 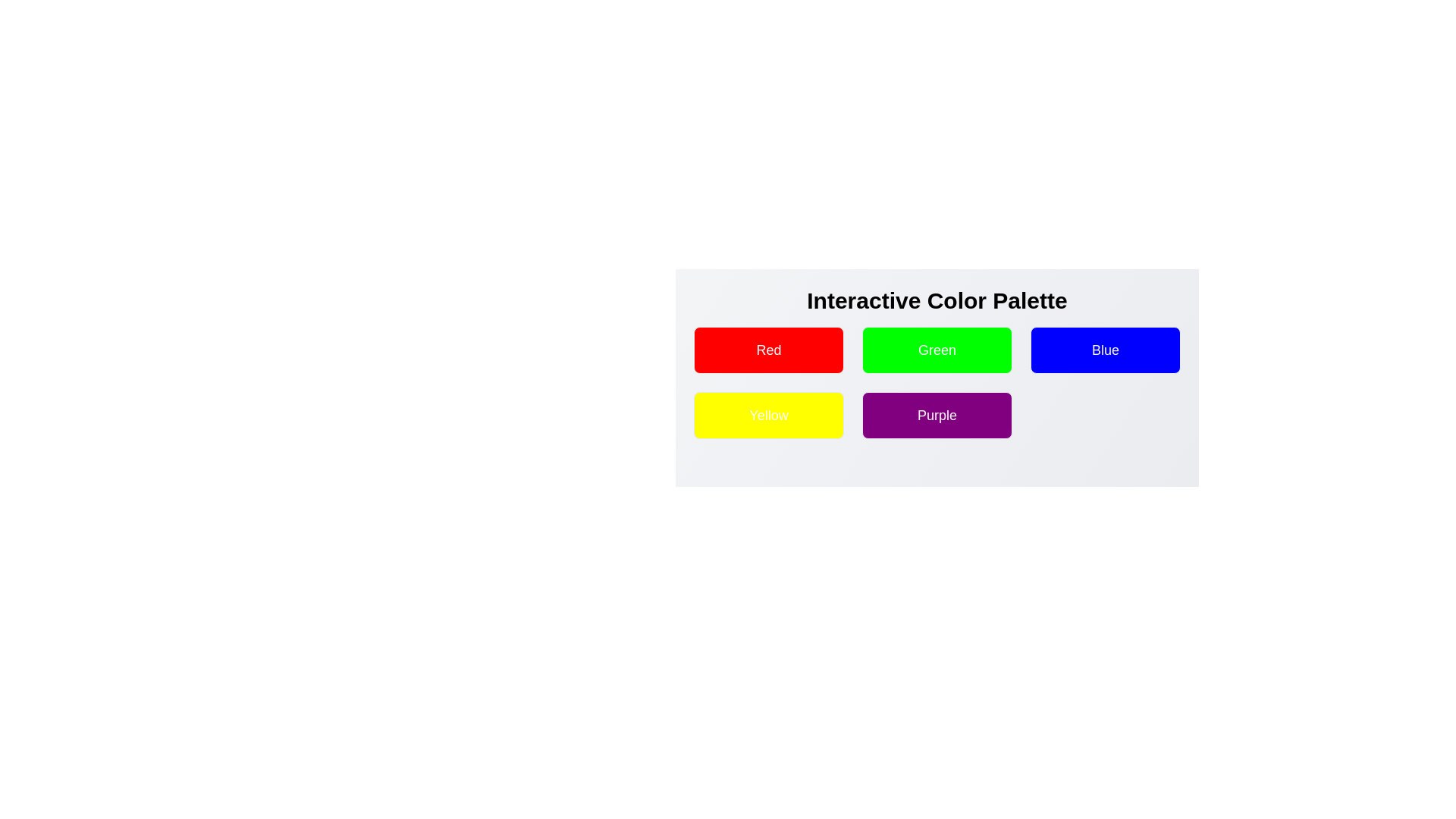 I want to click on the rectangular button with rounded corners and a bright yellow background labeled 'Yellow', located in the second row and first column of the button grid, so click(x=768, y=415).